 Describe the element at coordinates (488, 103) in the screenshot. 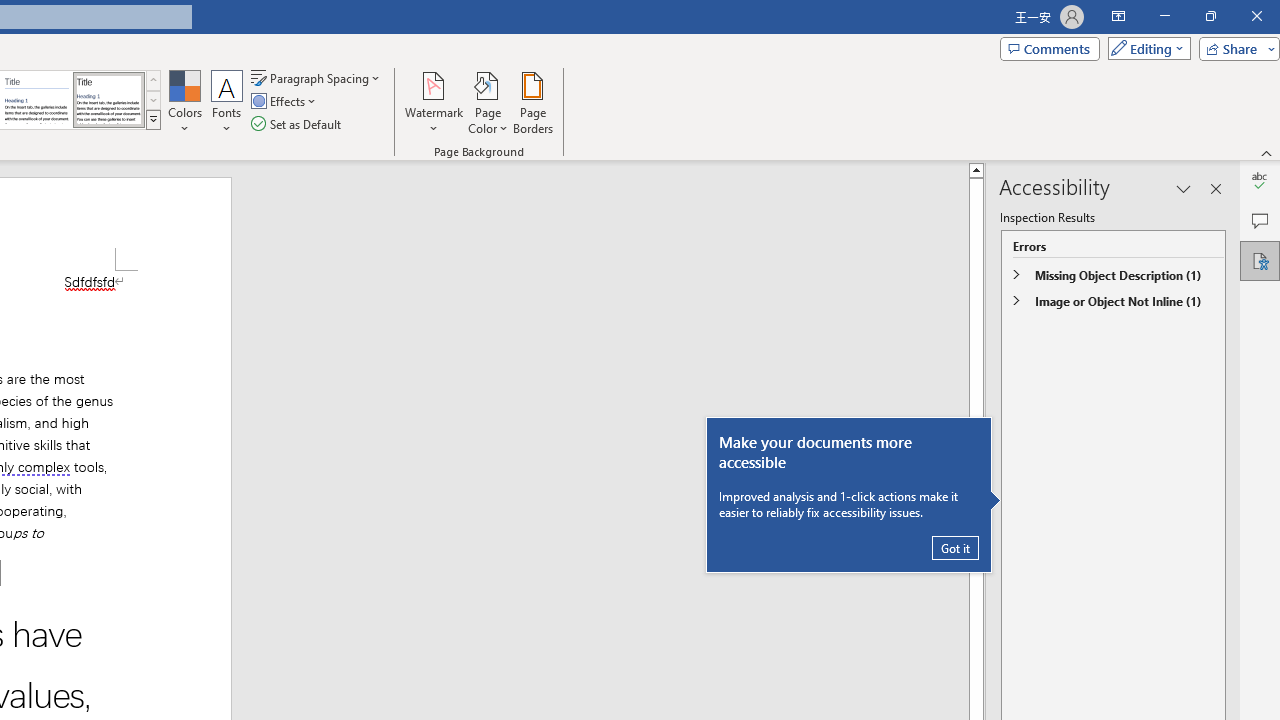

I see `'Page Color'` at that location.